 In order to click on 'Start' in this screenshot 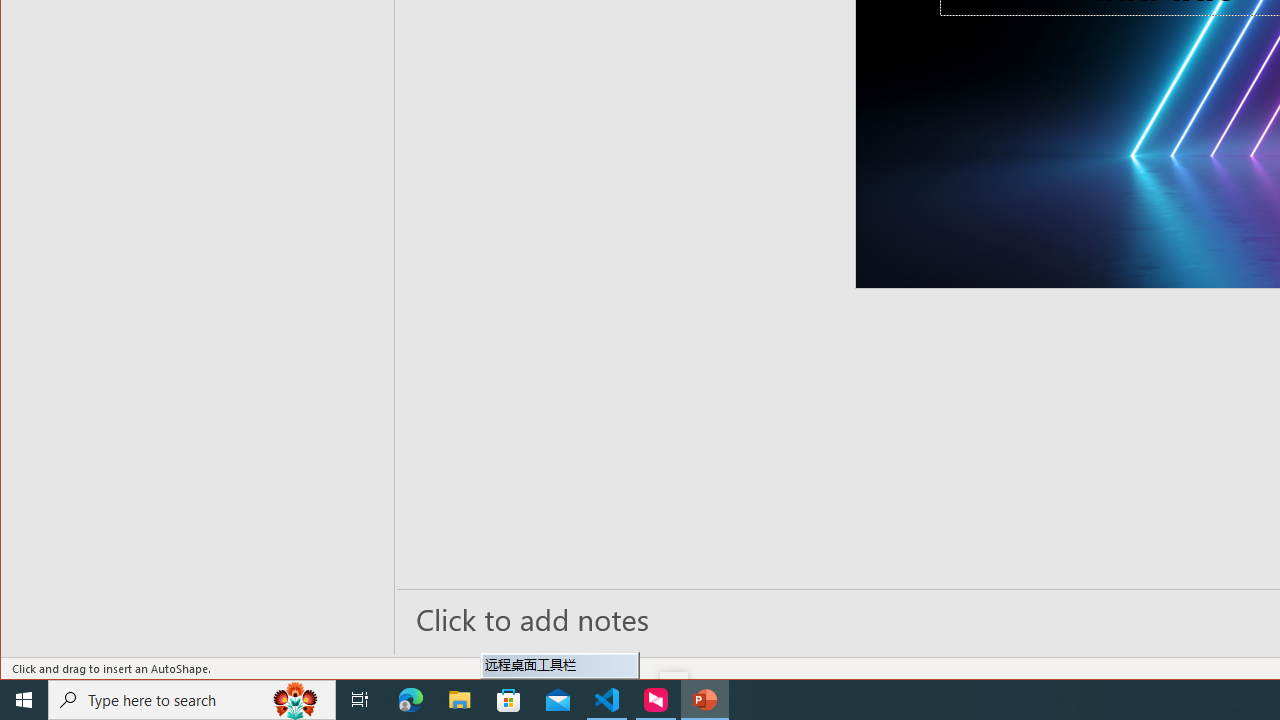, I will do `click(24, 698)`.